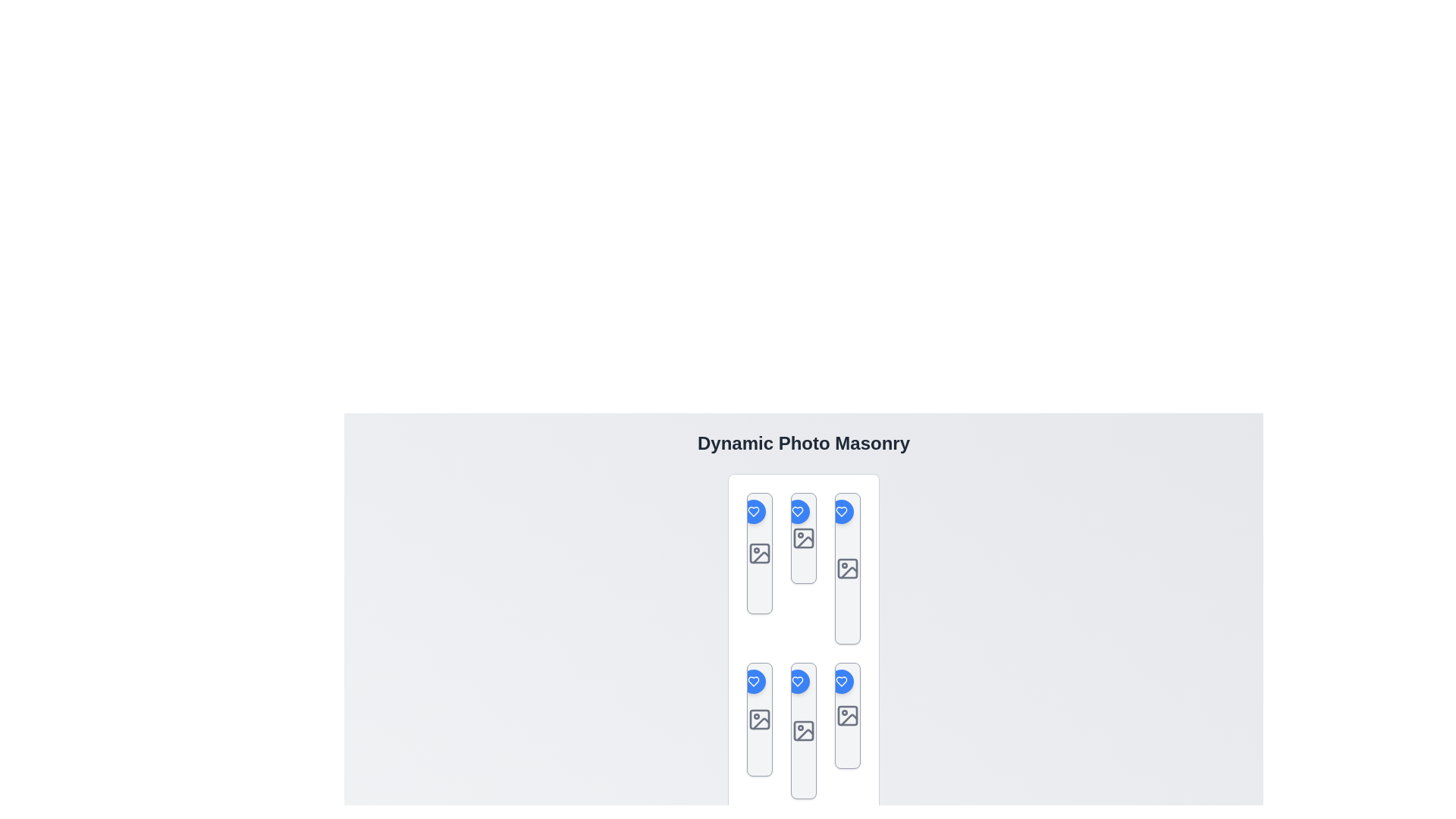  Describe the element at coordinates (803, 537) in the screenshot. I see `the image placeholder located in the first row, second column of the 3-column grid in the 'Dynamic Photo Masonry' section` at that location.